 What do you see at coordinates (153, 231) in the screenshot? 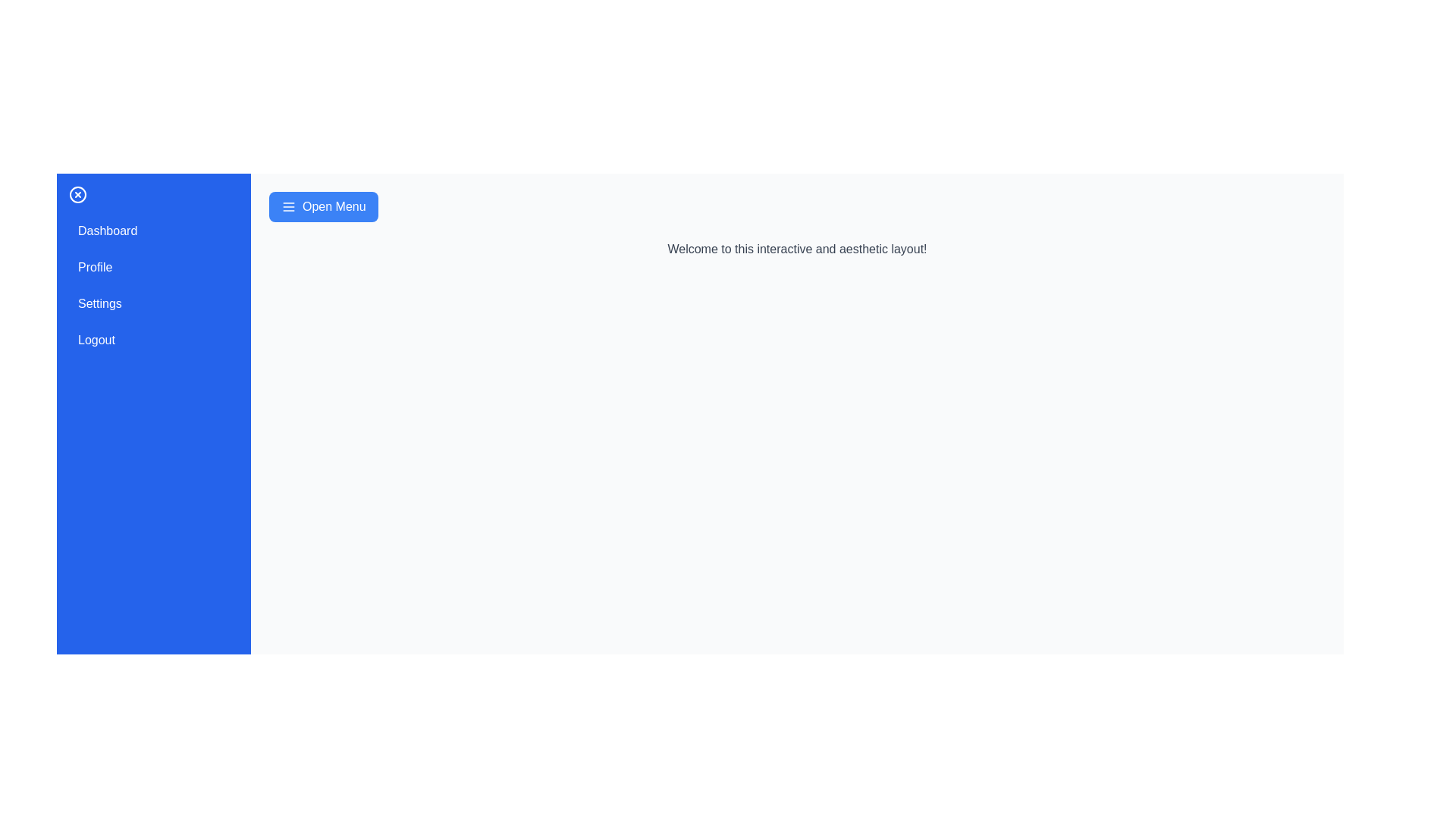
I see `the menu item Dashboard to observe the hover effect` at bounding box center [153, 231].